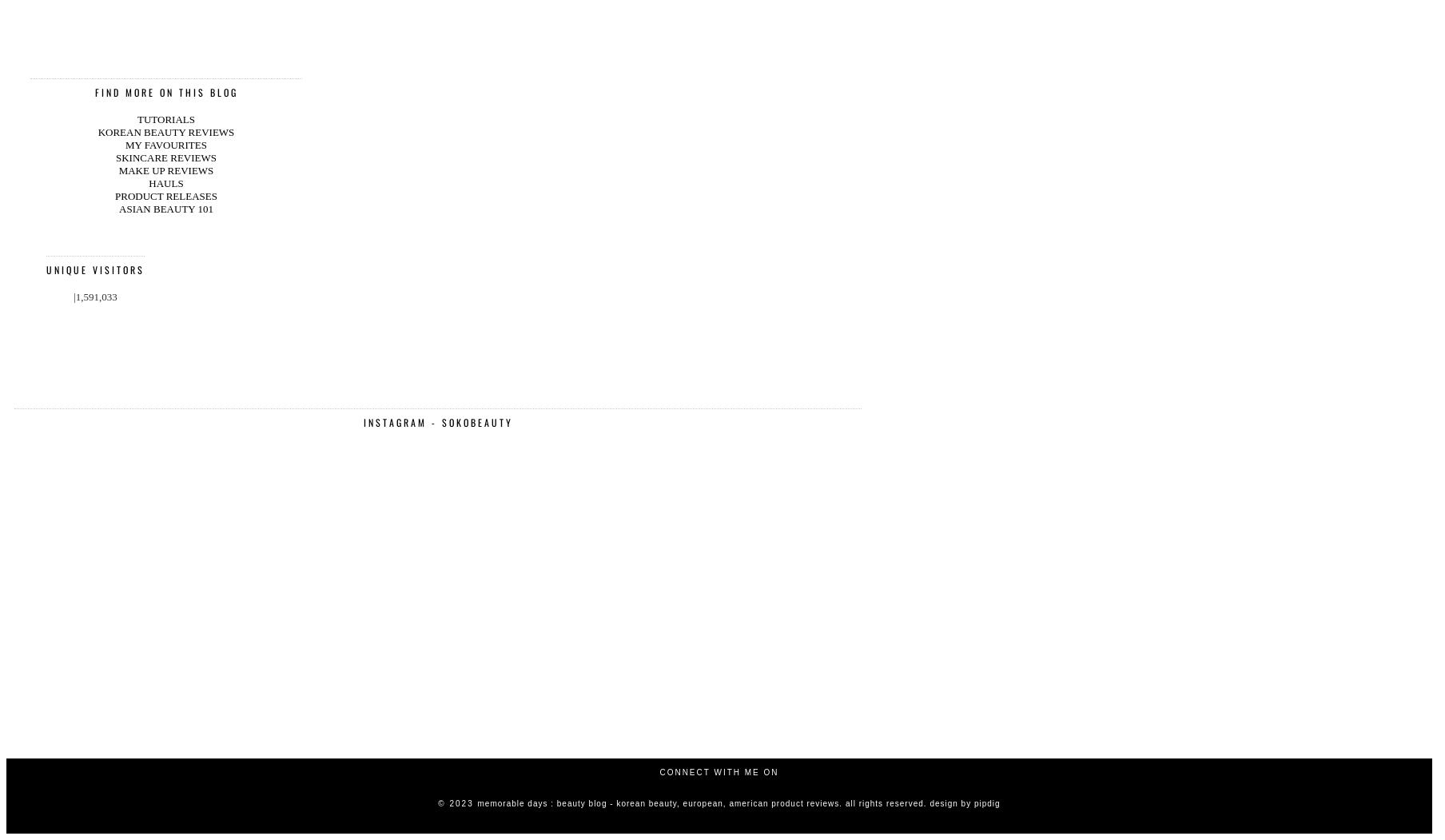 The height and width of the screenshot is (840, 1445). I want to click on 'ASIAN BEAUTY 101', so click(165, 18).